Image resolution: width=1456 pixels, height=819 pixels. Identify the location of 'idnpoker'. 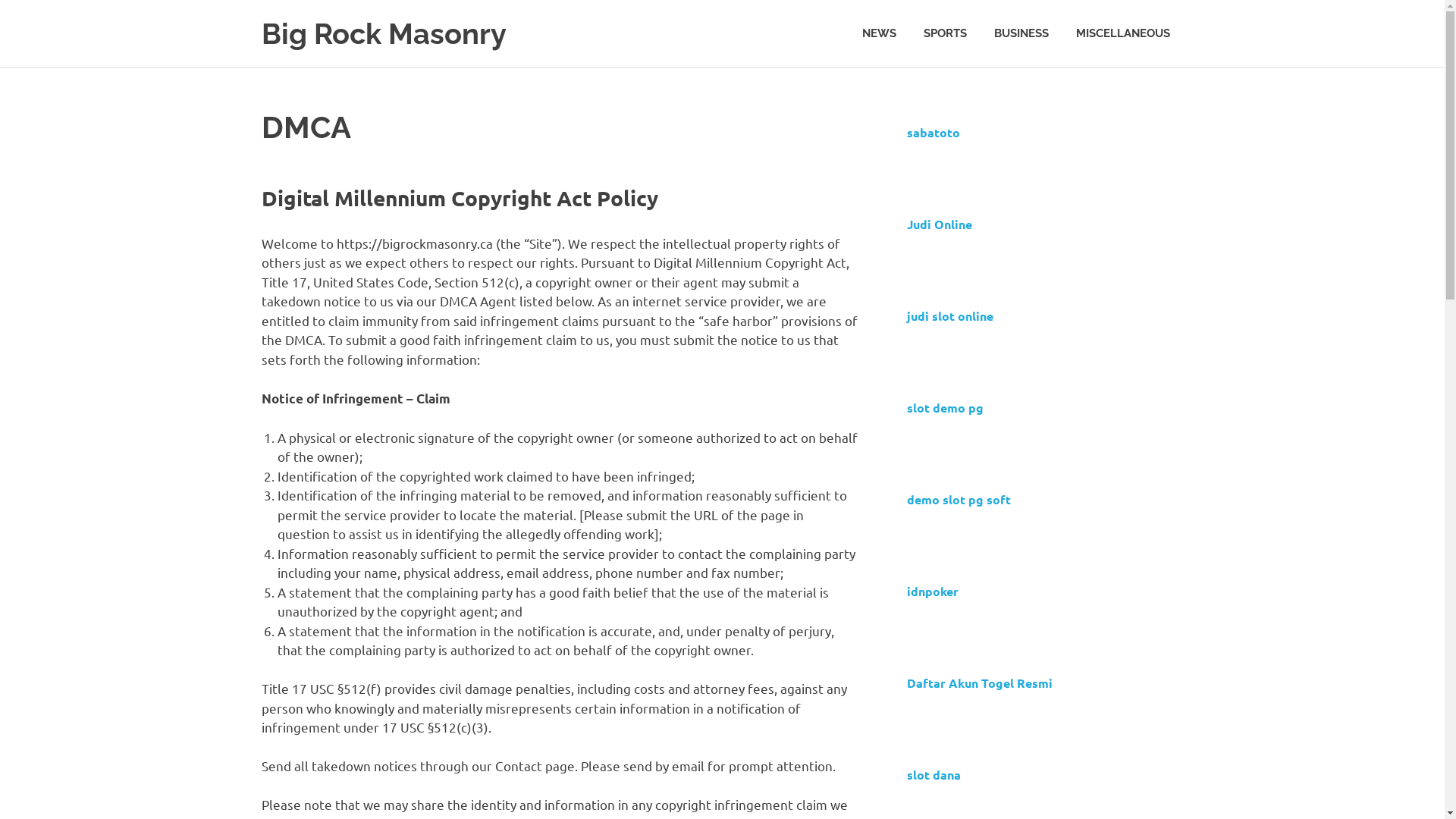
(931, 590).